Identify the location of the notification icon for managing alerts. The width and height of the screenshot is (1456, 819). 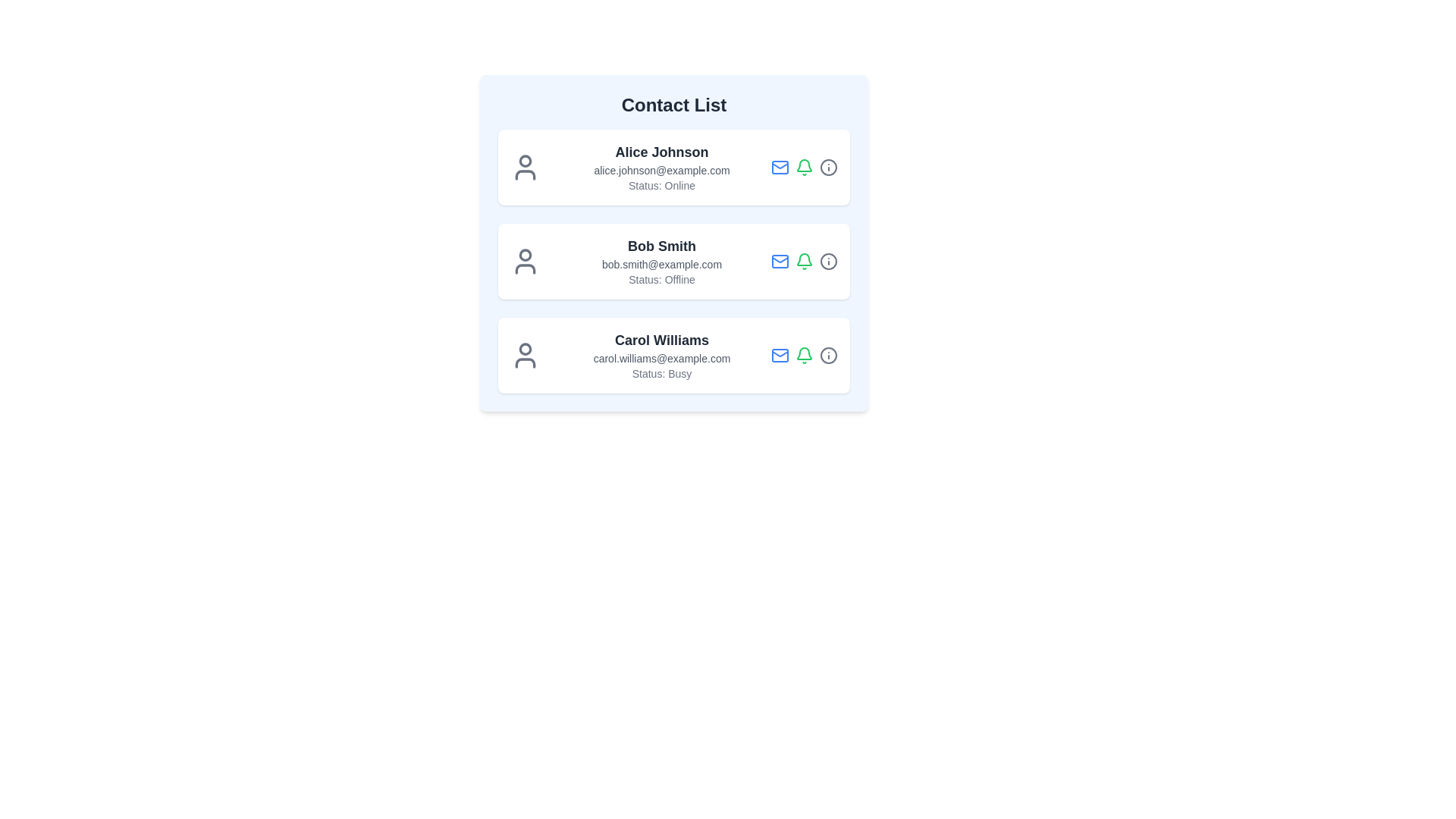
(803, 167).